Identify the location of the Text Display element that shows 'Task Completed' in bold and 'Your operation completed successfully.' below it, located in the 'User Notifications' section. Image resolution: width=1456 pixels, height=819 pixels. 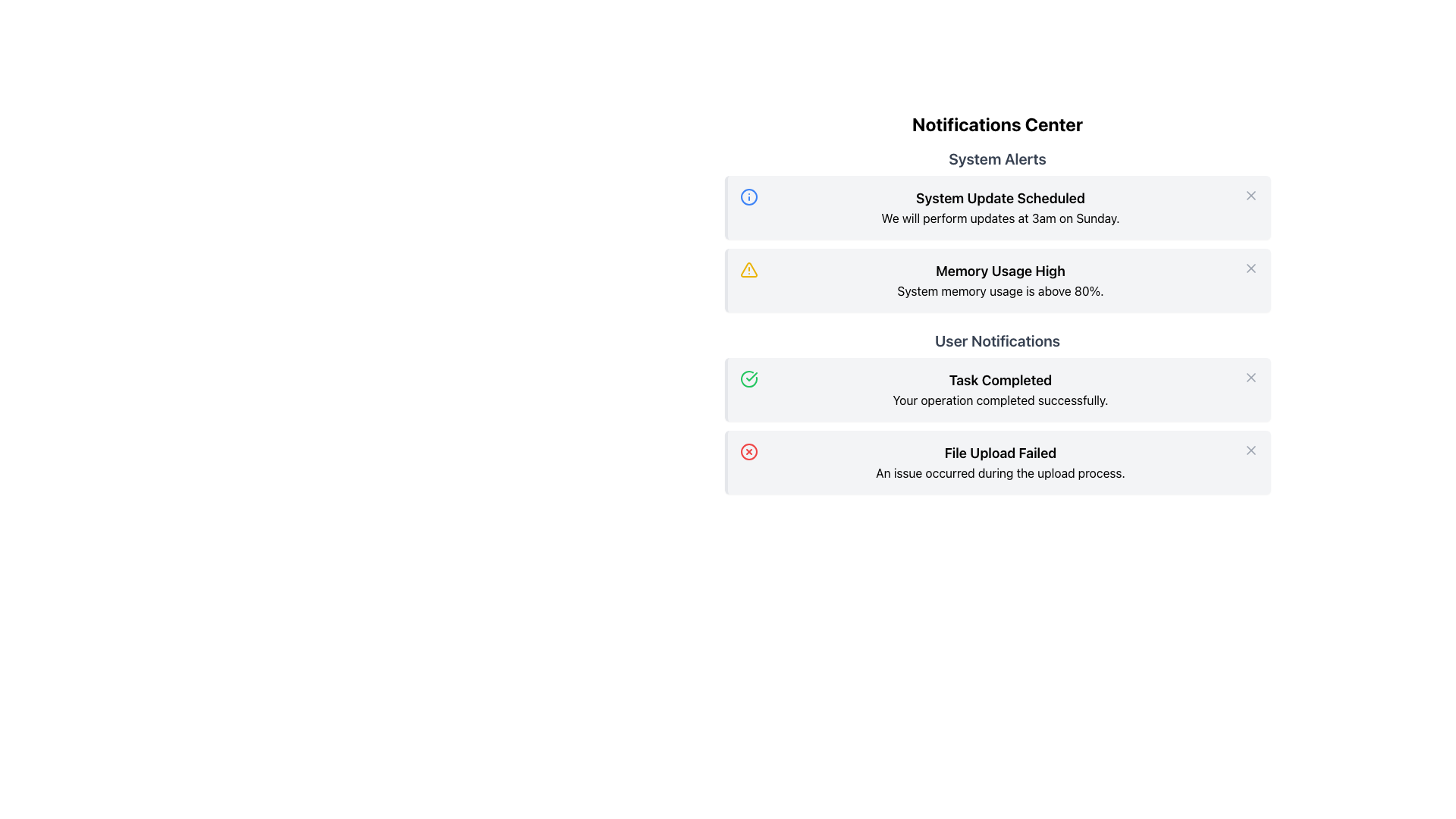
(1000, 388).